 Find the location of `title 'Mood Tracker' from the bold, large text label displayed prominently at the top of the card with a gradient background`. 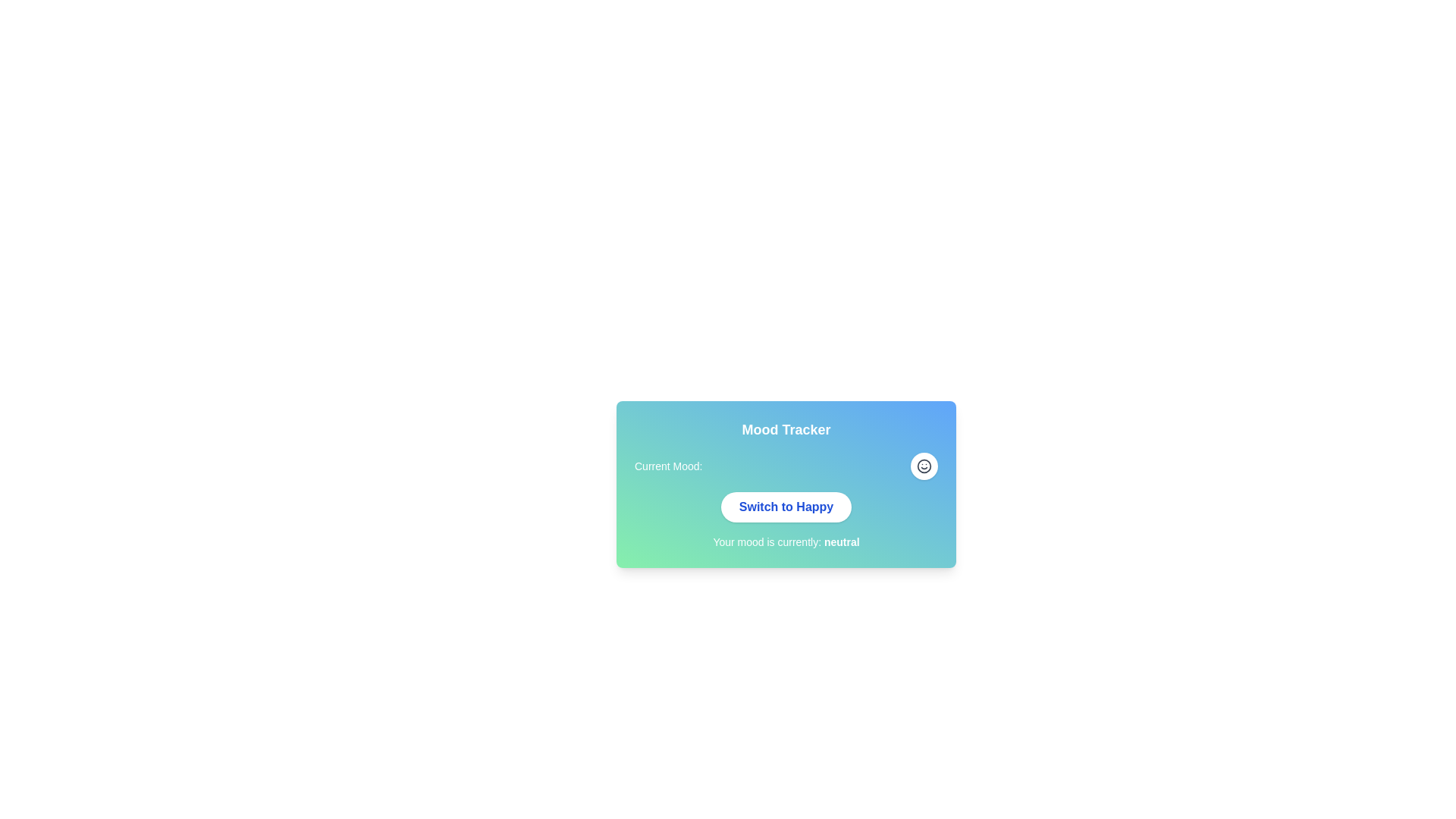

title 'Mood Tracker' from the bold, large text label displayed prominently at the top of the card with a gradient background is located at coordinates (786, 430).